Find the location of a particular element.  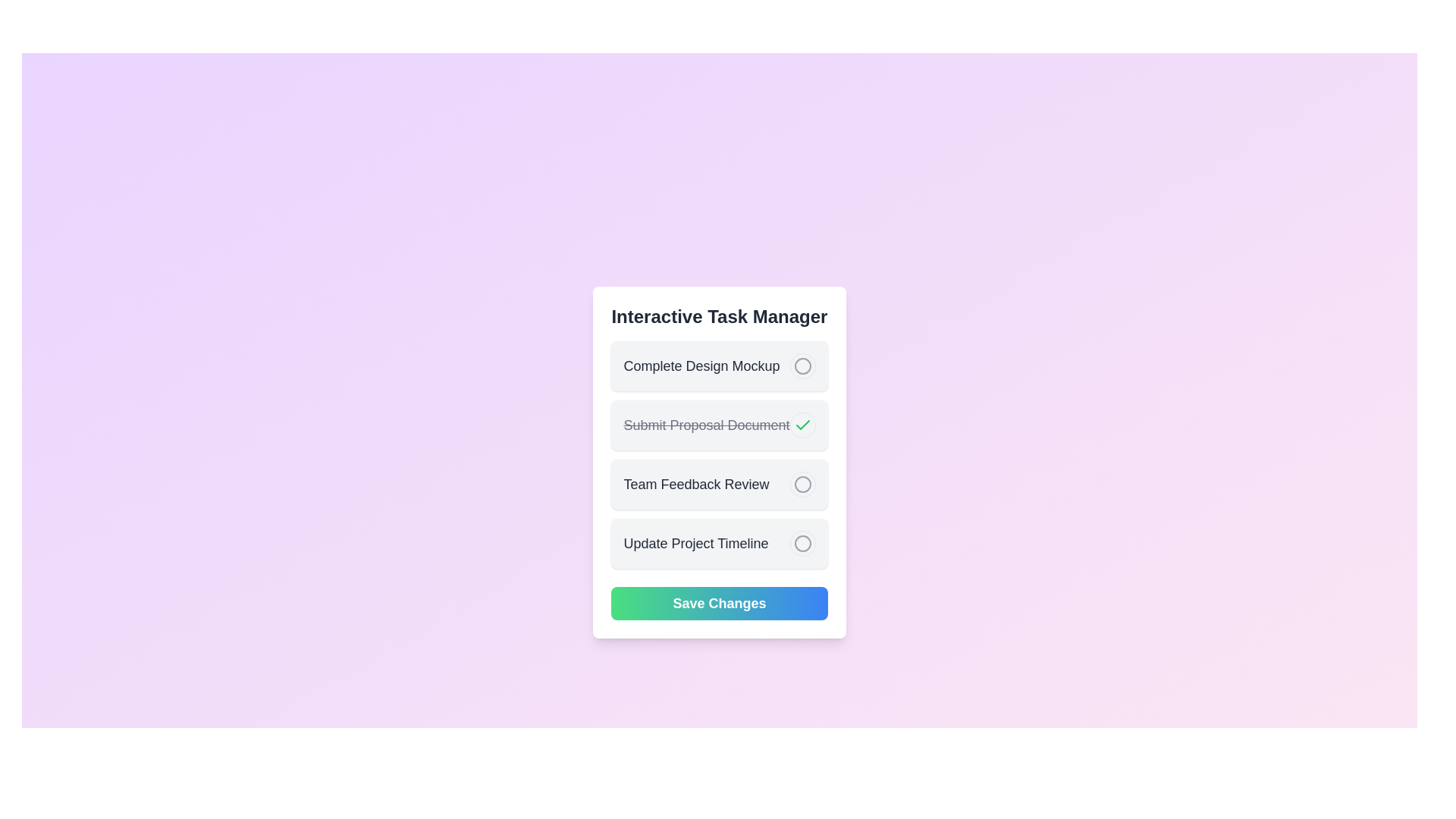

the 'Save Changes' button to save the current state of the checklist is located at coordinates (719, 602).